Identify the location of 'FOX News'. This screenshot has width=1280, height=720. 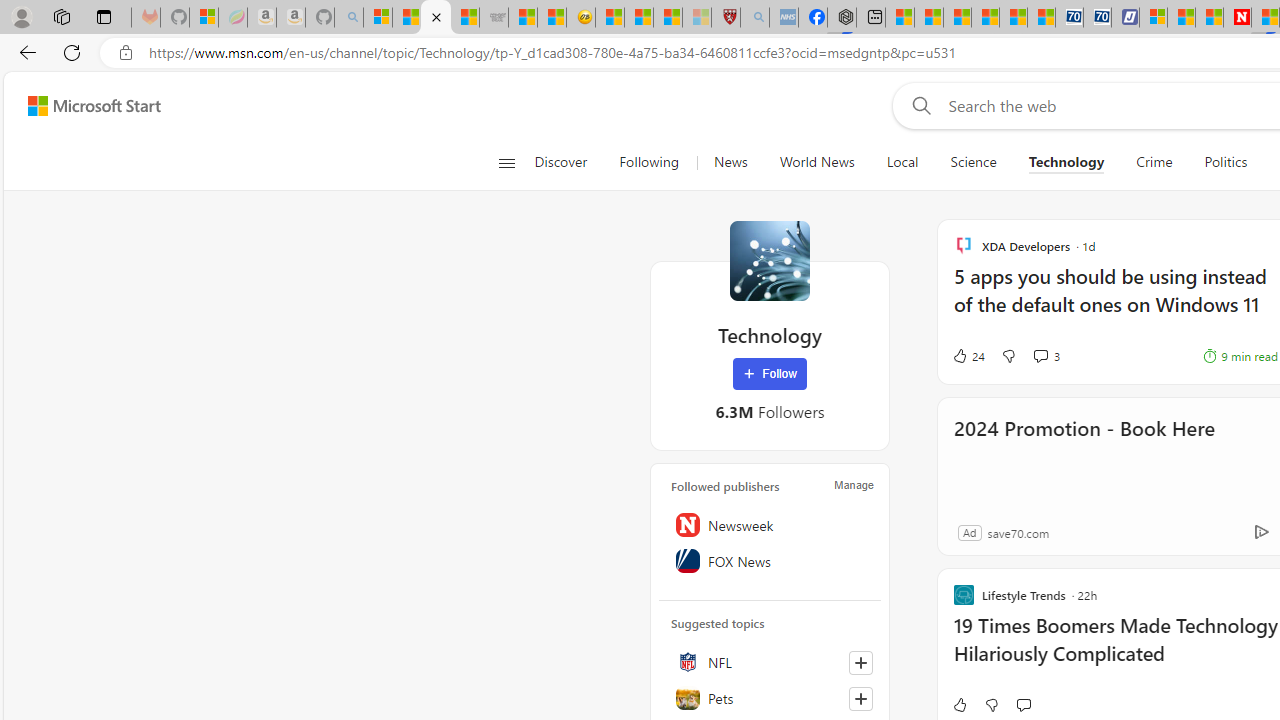
(769, 561).